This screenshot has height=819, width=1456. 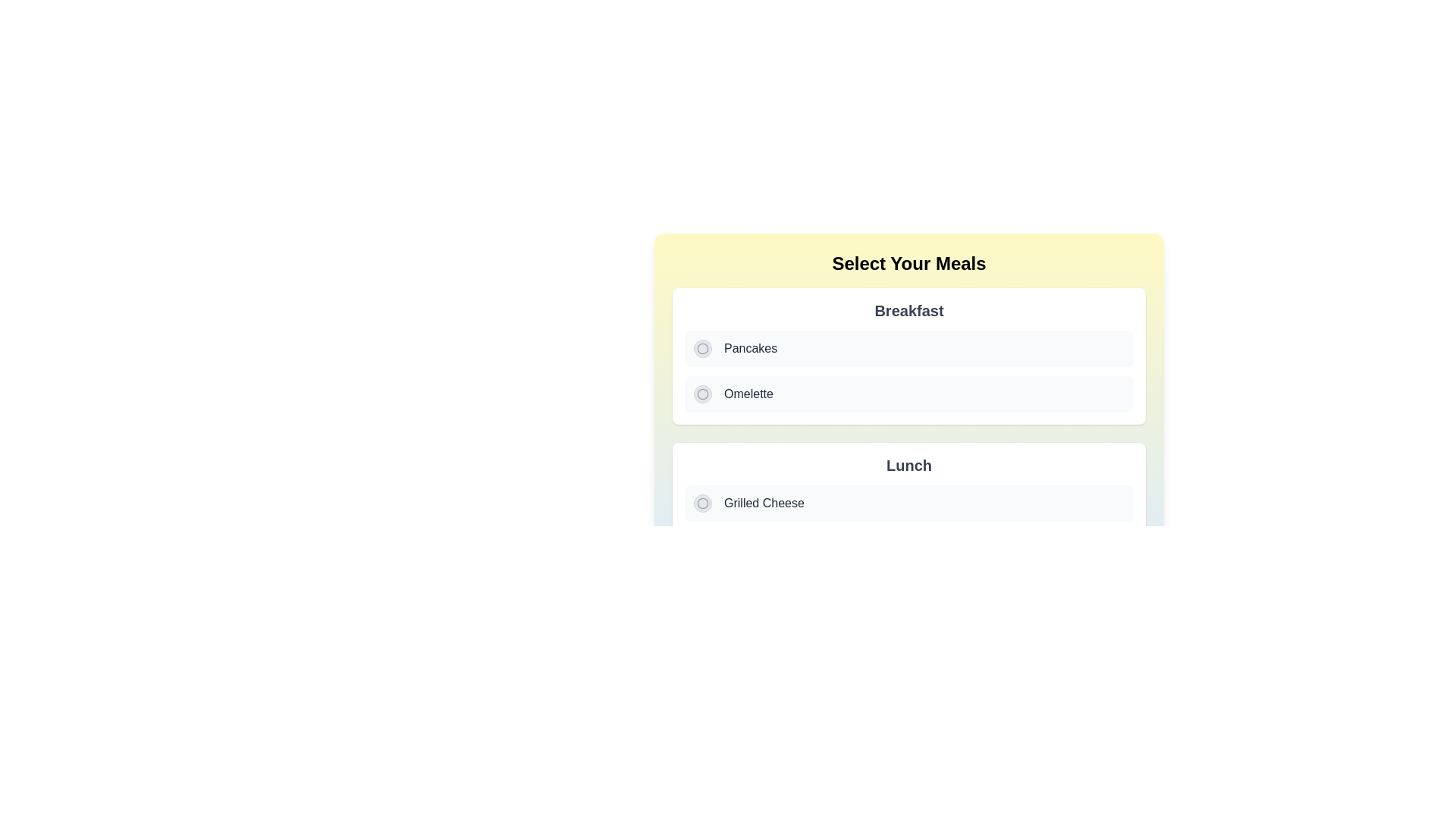 What do you see at coordinates (701, 394) in the screenshot?
I see `the stylized circular icon outlined in gray, which is located inside a clickable circle to the left of the 'Omelette' text under the 'Breakfast' section` at bounding box center [701, 394].